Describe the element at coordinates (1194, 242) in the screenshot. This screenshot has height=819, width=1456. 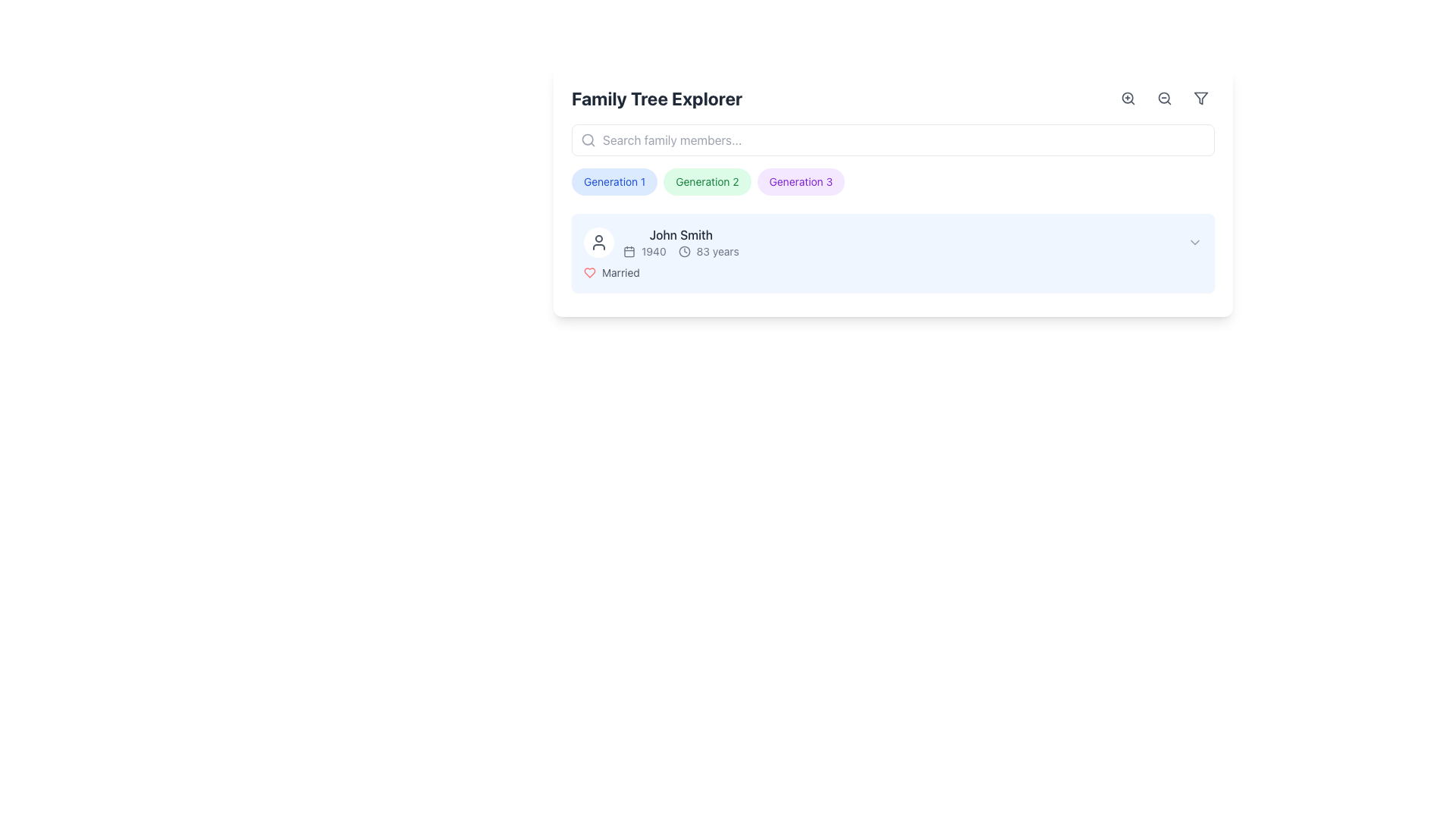
I see `the dropdown toggle icon (Chevron-Down Shape) located at the far-right end of the 'John Smith' entry to highlight it` at that location.